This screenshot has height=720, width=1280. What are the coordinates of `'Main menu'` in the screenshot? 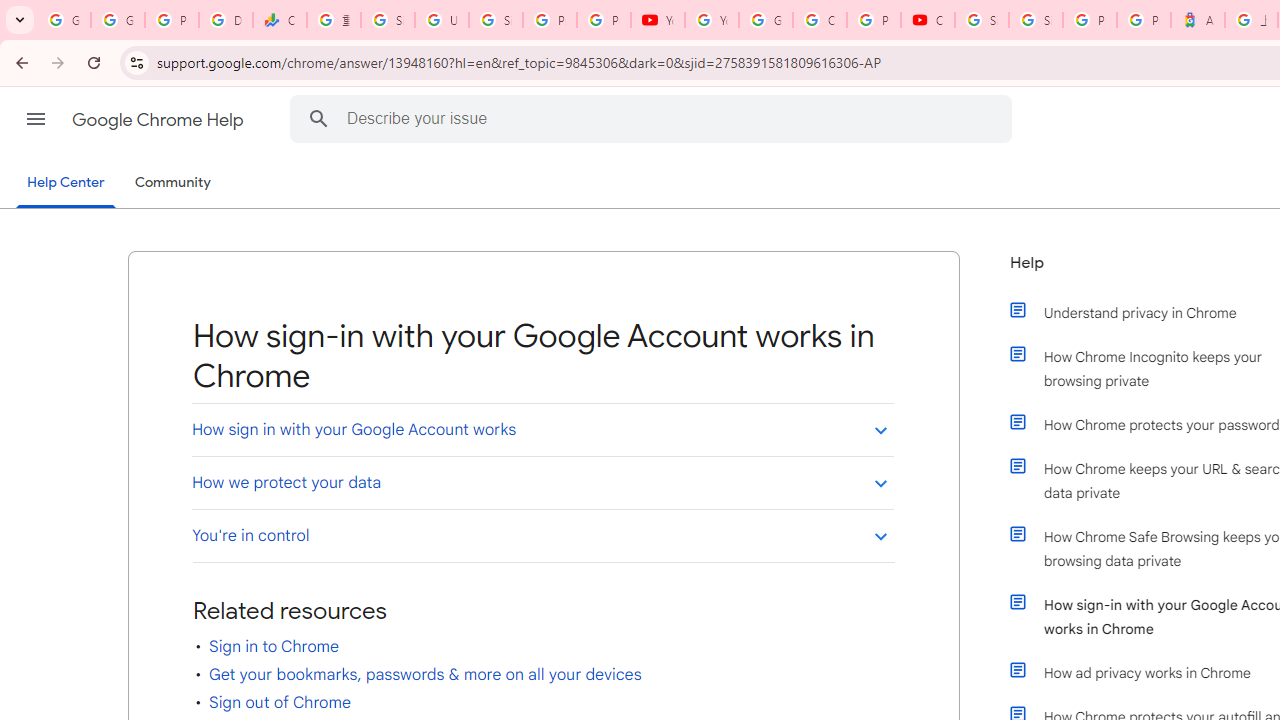 It's located at (35, 119).